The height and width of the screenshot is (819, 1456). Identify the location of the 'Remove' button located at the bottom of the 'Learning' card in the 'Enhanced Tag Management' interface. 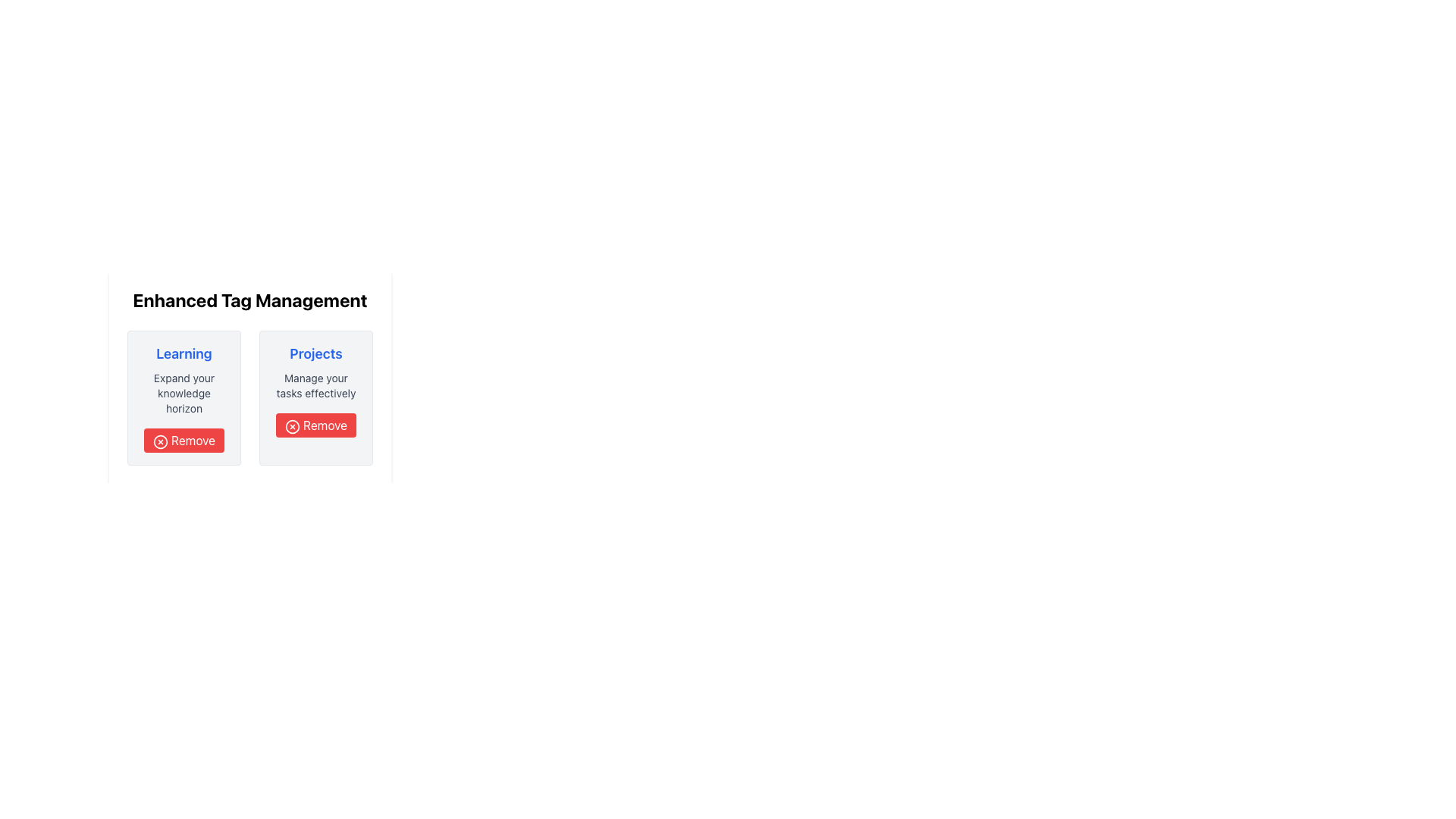
(184, 441).